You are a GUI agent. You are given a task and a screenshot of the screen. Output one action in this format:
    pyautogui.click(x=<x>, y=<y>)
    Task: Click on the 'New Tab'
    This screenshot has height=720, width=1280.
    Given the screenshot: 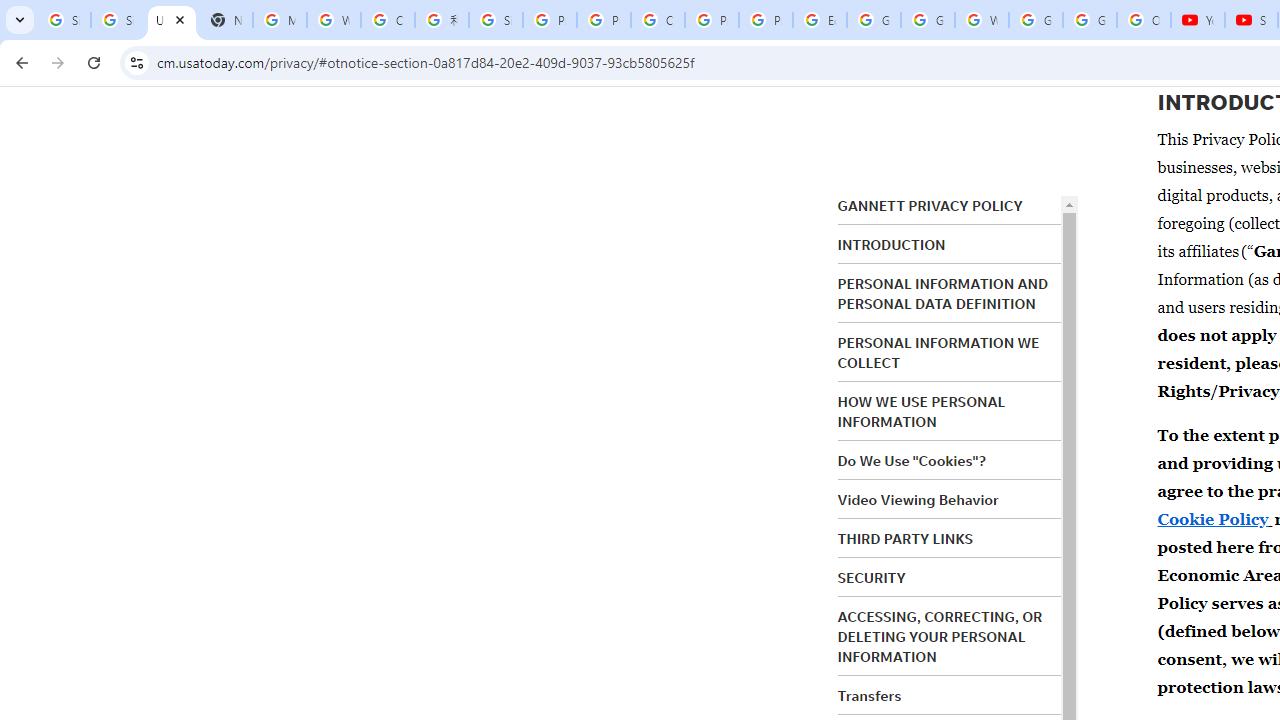 What is the action you would take?
    pyautogui.click(x=225, y=20)
    